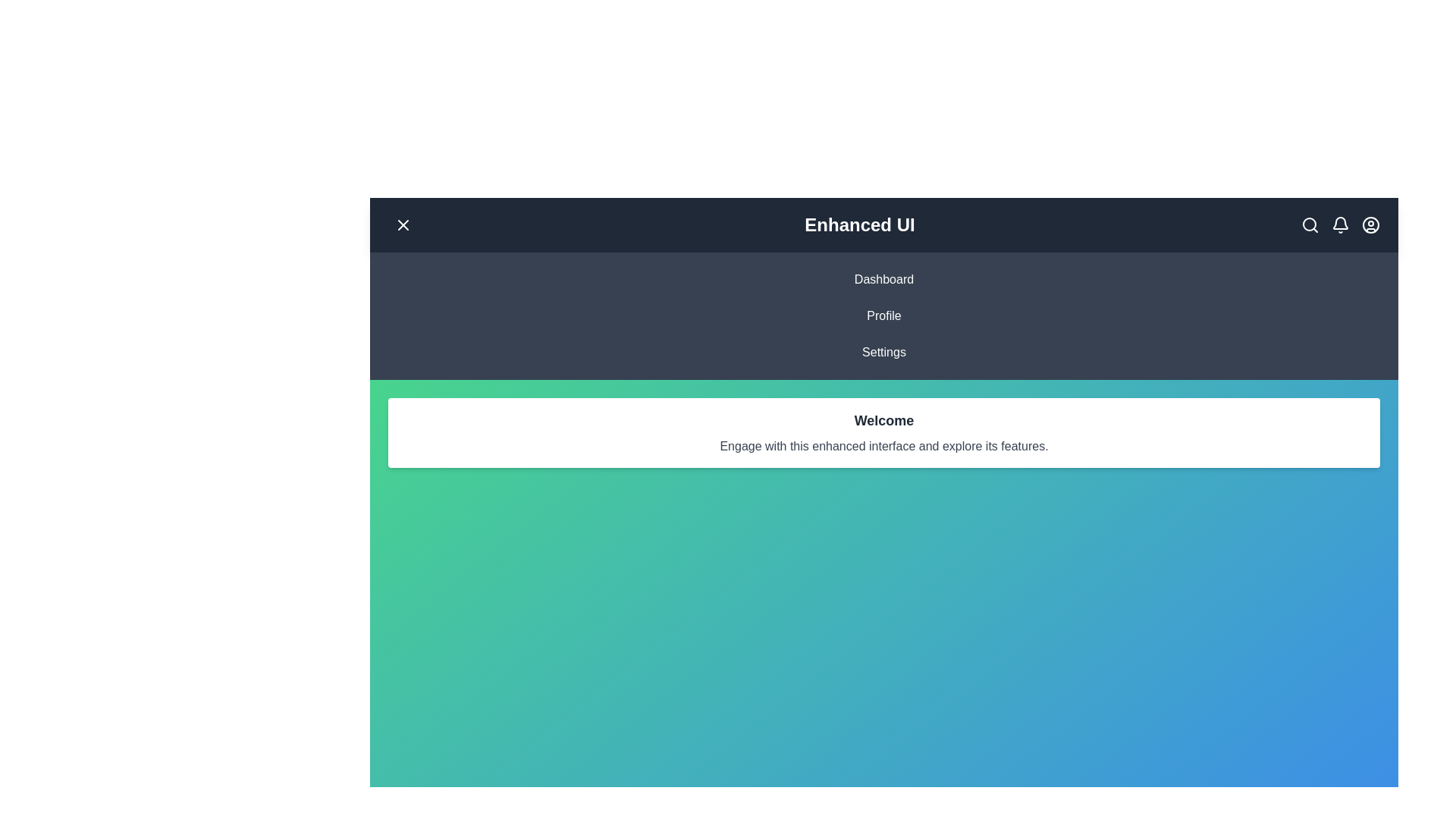 The height and width of the screenshot is (819, 1456). Describe the element at coordinates (403, 225) in the screenshot. I see `the menu button to toggle the menu visibility` at that location.